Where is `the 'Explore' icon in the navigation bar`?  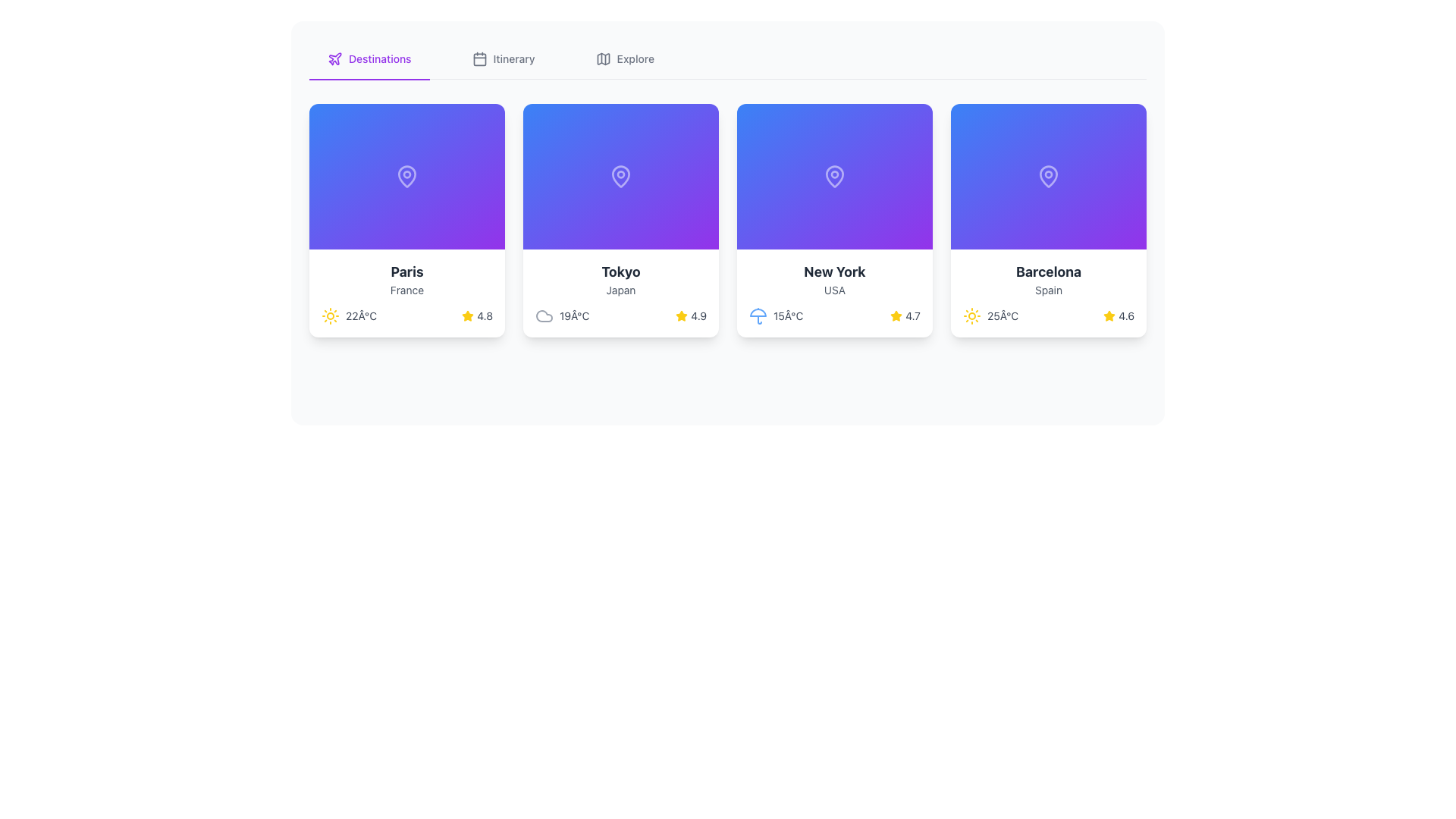
the 'Explore' icon in the navigation bar is located at coordinates (602, 58).